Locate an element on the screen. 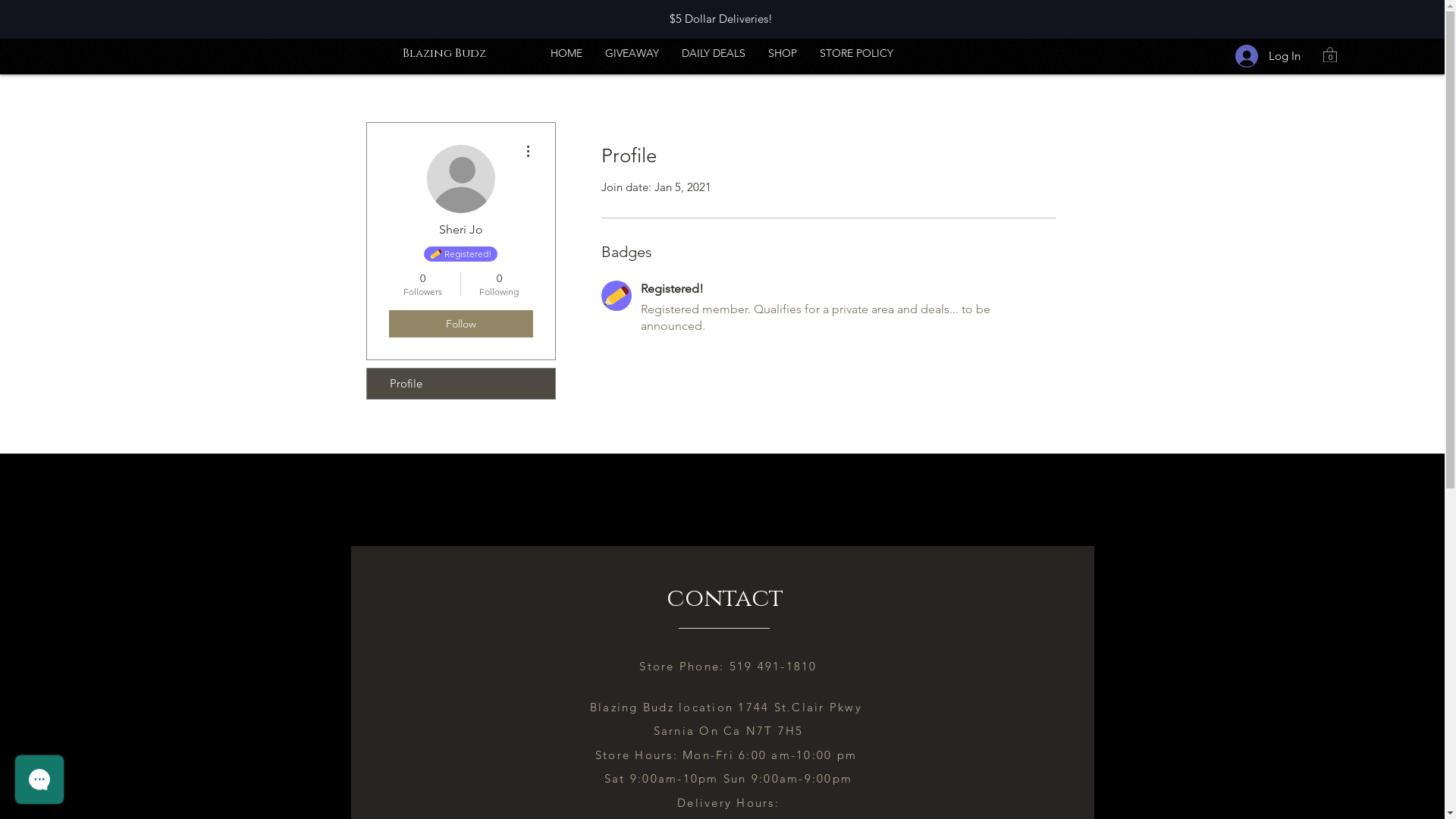  'DAILY DEALS' is located at coordinates (712, 52).